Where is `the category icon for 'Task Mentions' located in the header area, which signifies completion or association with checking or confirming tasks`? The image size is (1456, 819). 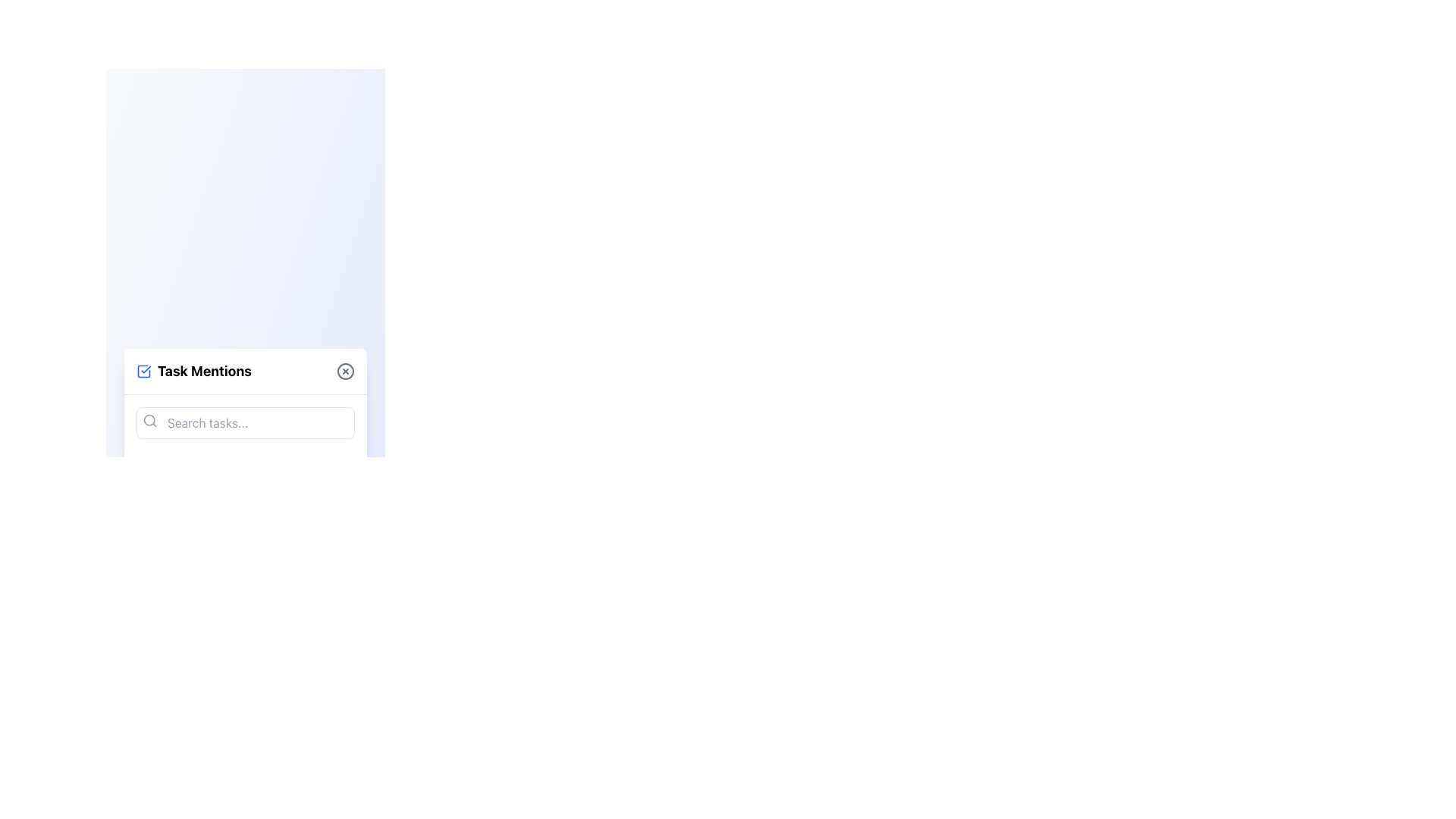 the category icon for 'Task Mentions' located in the header area, which signifies completion or association with checking or confirming tasks is located at coordinates (144, 371).